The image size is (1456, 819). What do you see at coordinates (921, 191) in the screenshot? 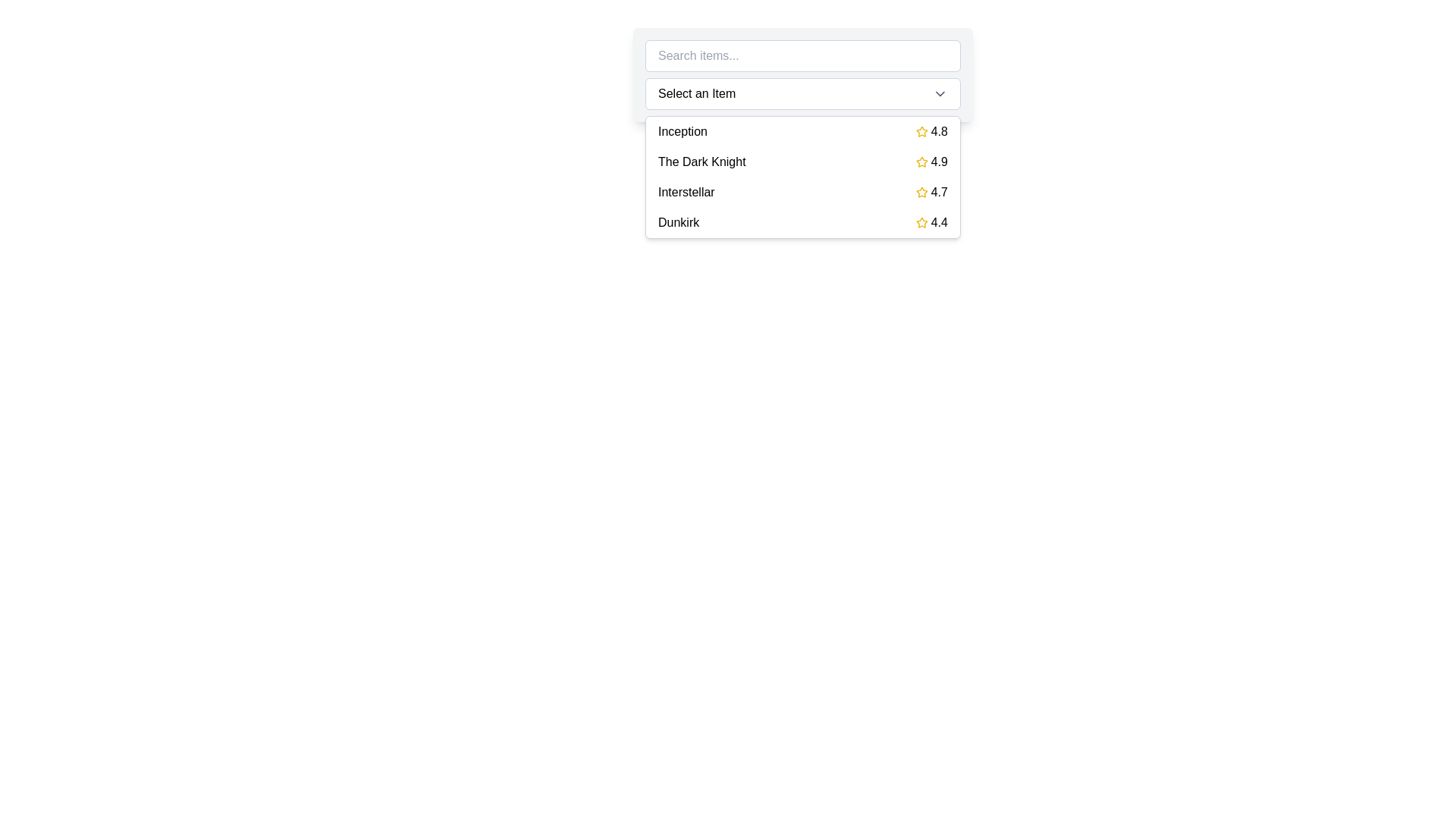
I see `the yellow star rating icon located in the third row of the dropdown list beside the text 'Interstellar'` at bounding box center [921, 191].